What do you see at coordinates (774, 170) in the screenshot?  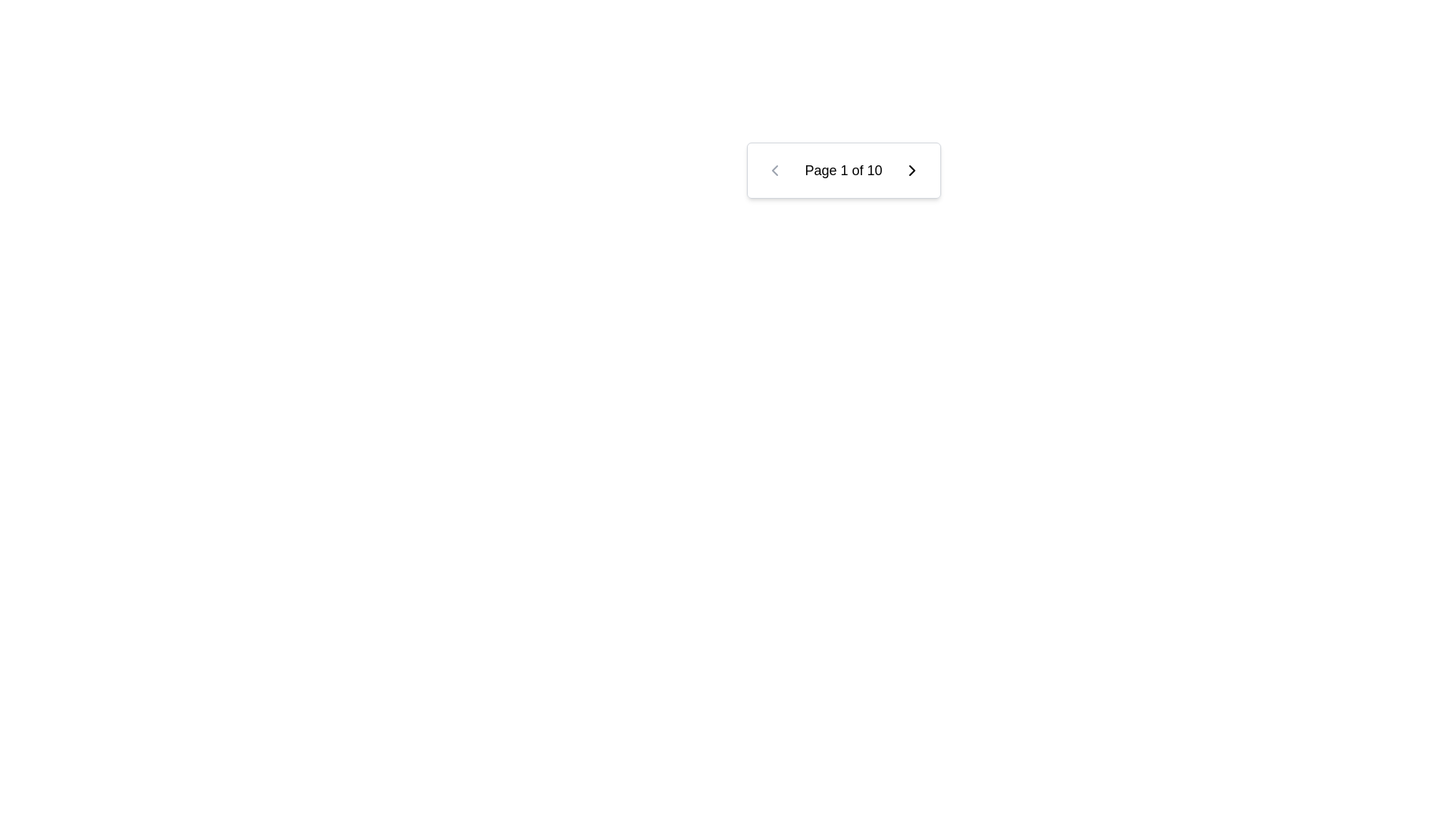 I see `the left-pointing chevron icon within the pagination control button adjacent to 'Page 1 of 10'` at bounding box center [774, 170].